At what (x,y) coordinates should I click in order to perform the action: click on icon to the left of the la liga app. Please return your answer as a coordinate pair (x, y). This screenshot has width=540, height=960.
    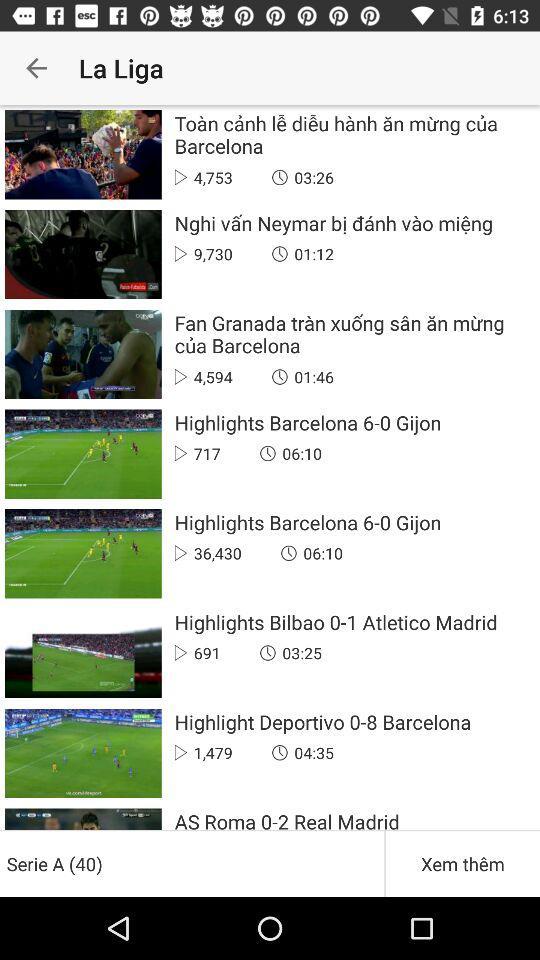
    Looking at the image, I should click on (36, 68).